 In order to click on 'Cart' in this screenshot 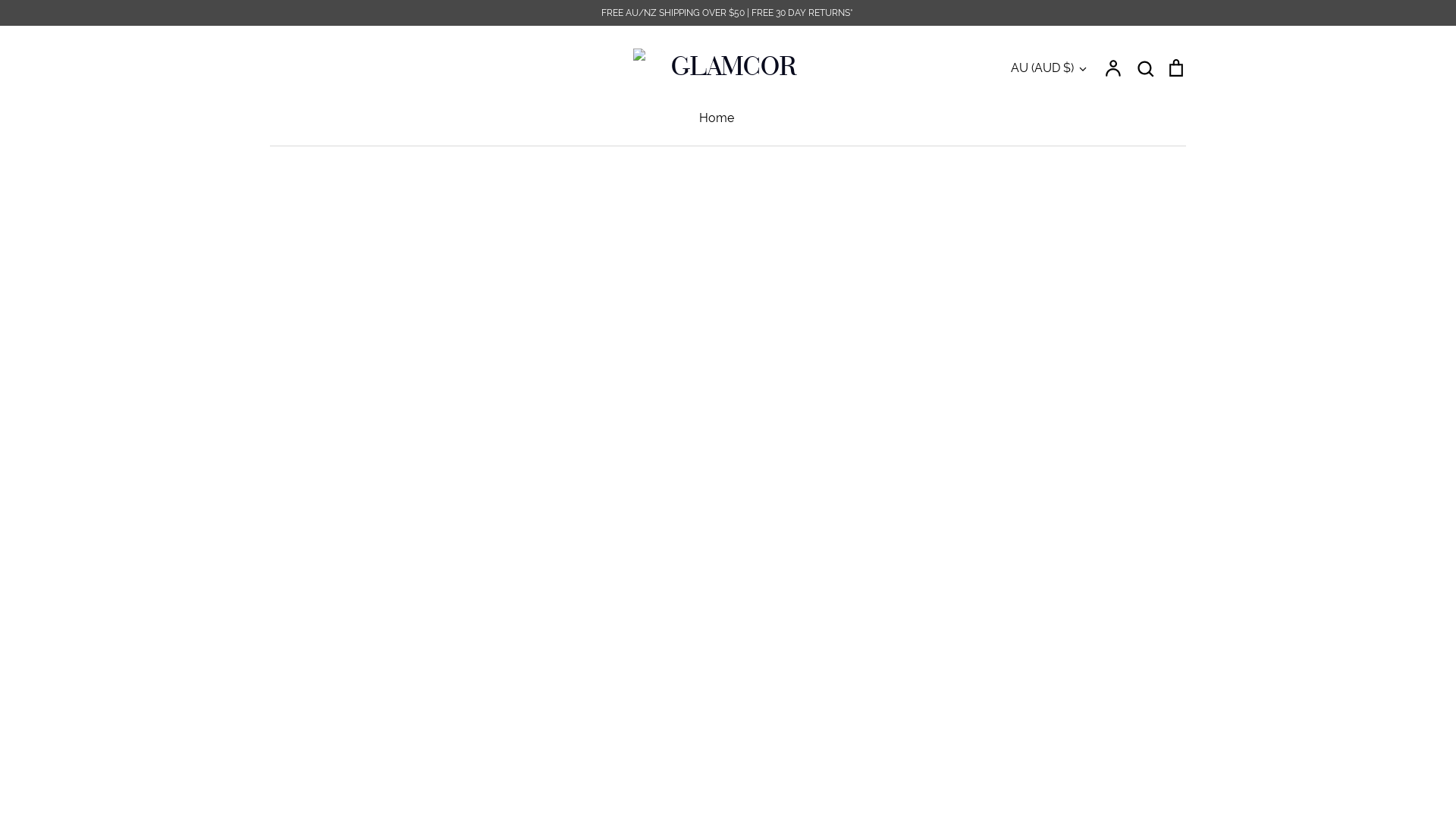, I will do `click(1175, 66)`.